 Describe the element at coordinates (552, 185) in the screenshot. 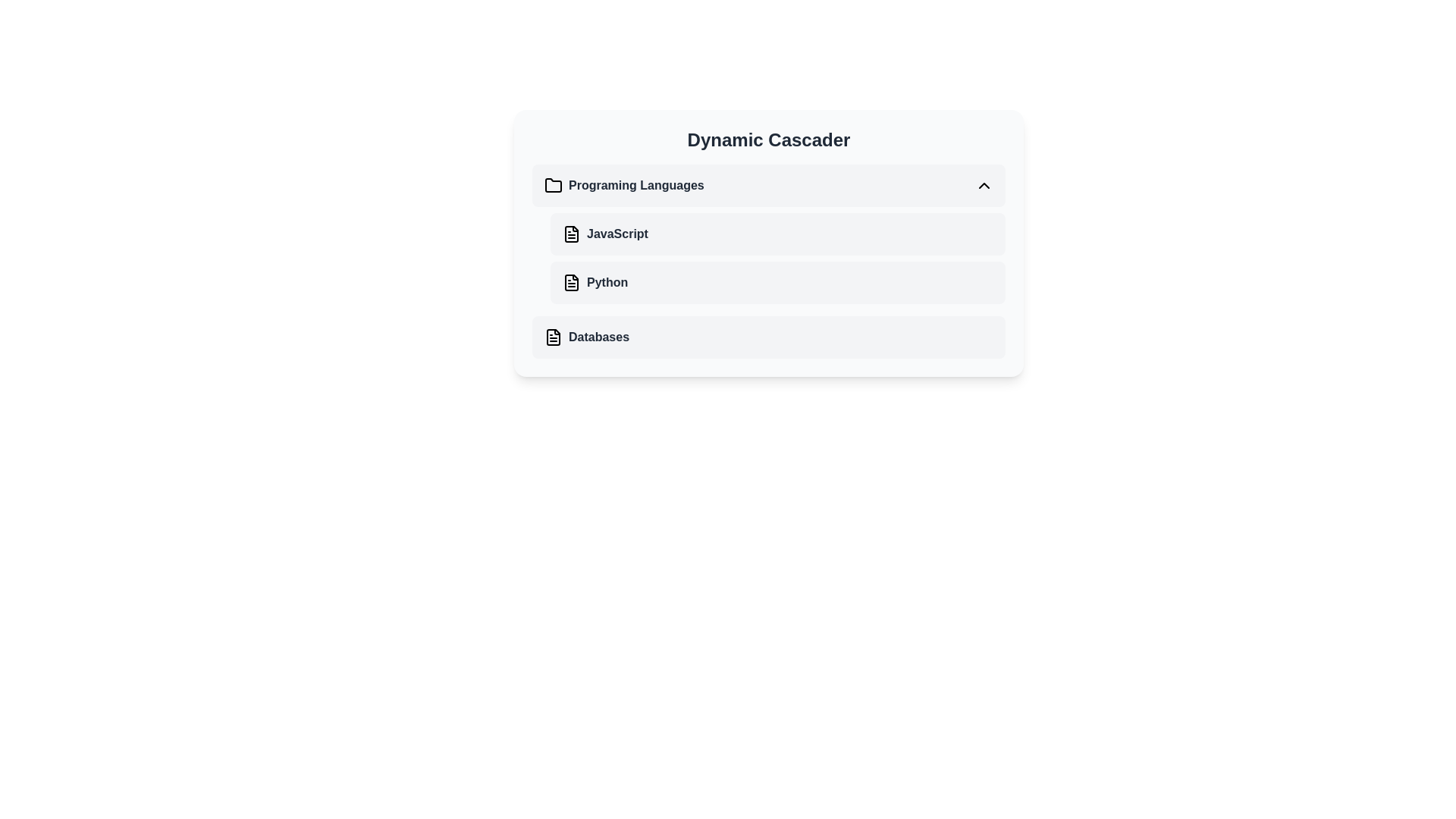

I see `the folder icon located to the left of the text 'Programming Languages'` at that location.